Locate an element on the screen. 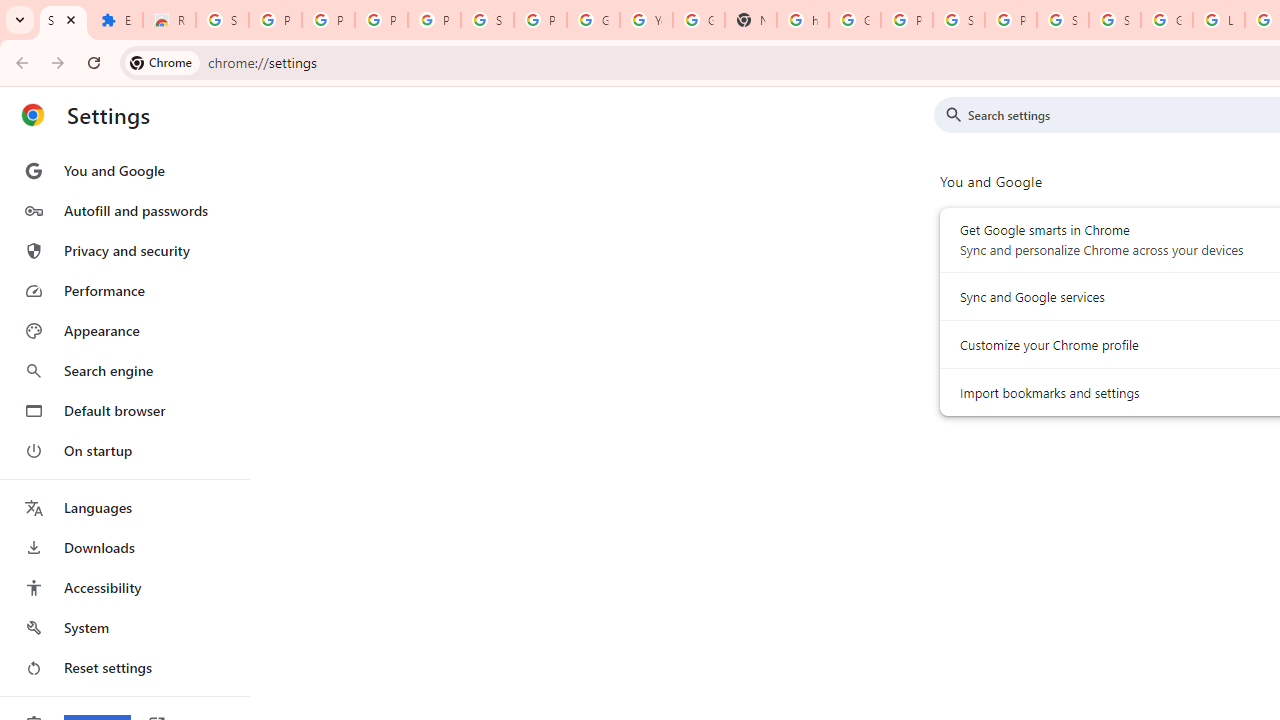 The image size is (1280, 720). 'Reviews: Helix Fruit Jump Arcade Game' is located at coordinates (169, 20).